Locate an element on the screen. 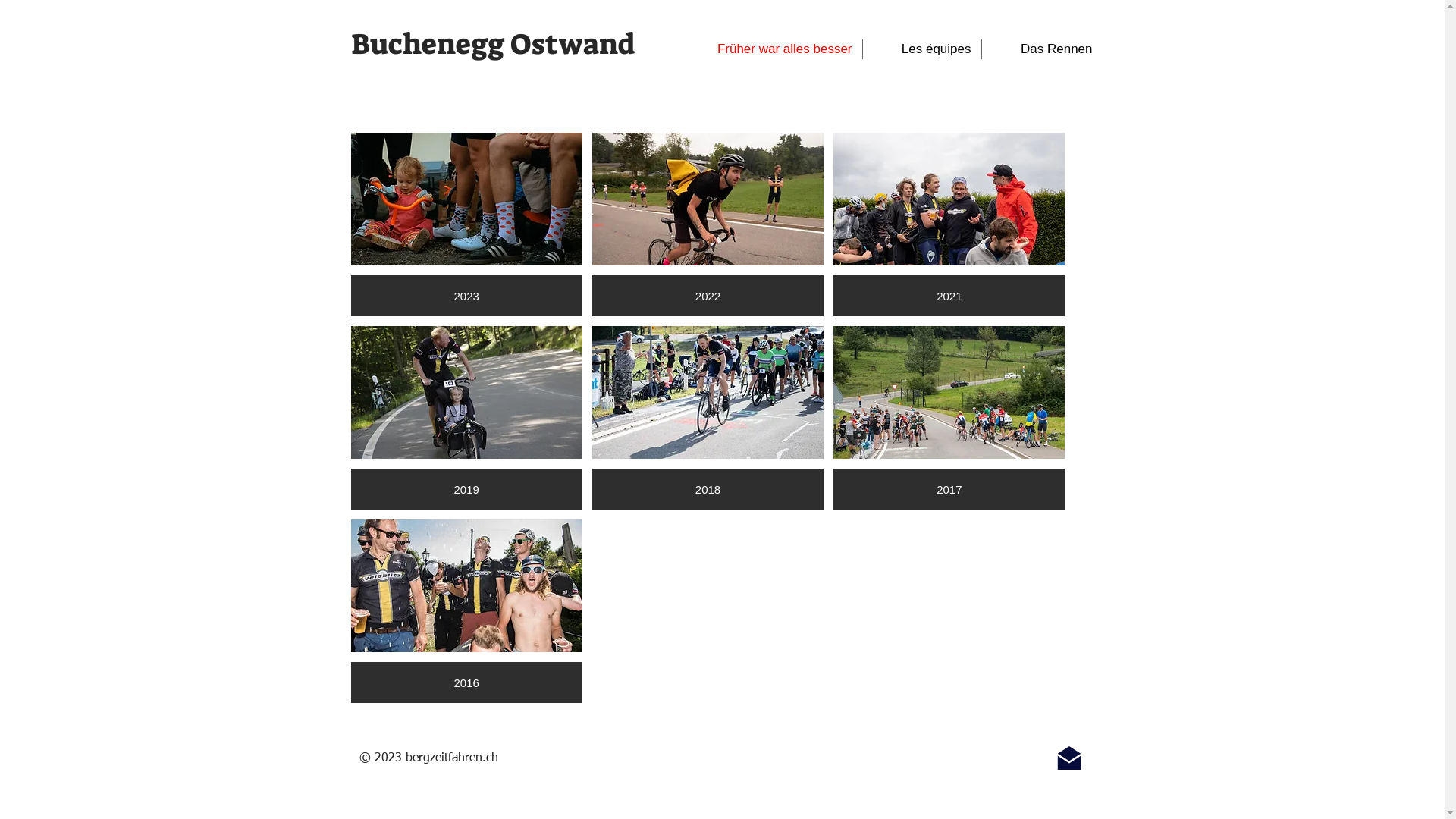 This screenshot has height=819, width=1456. '2016' is located at coordinates (465, 610).